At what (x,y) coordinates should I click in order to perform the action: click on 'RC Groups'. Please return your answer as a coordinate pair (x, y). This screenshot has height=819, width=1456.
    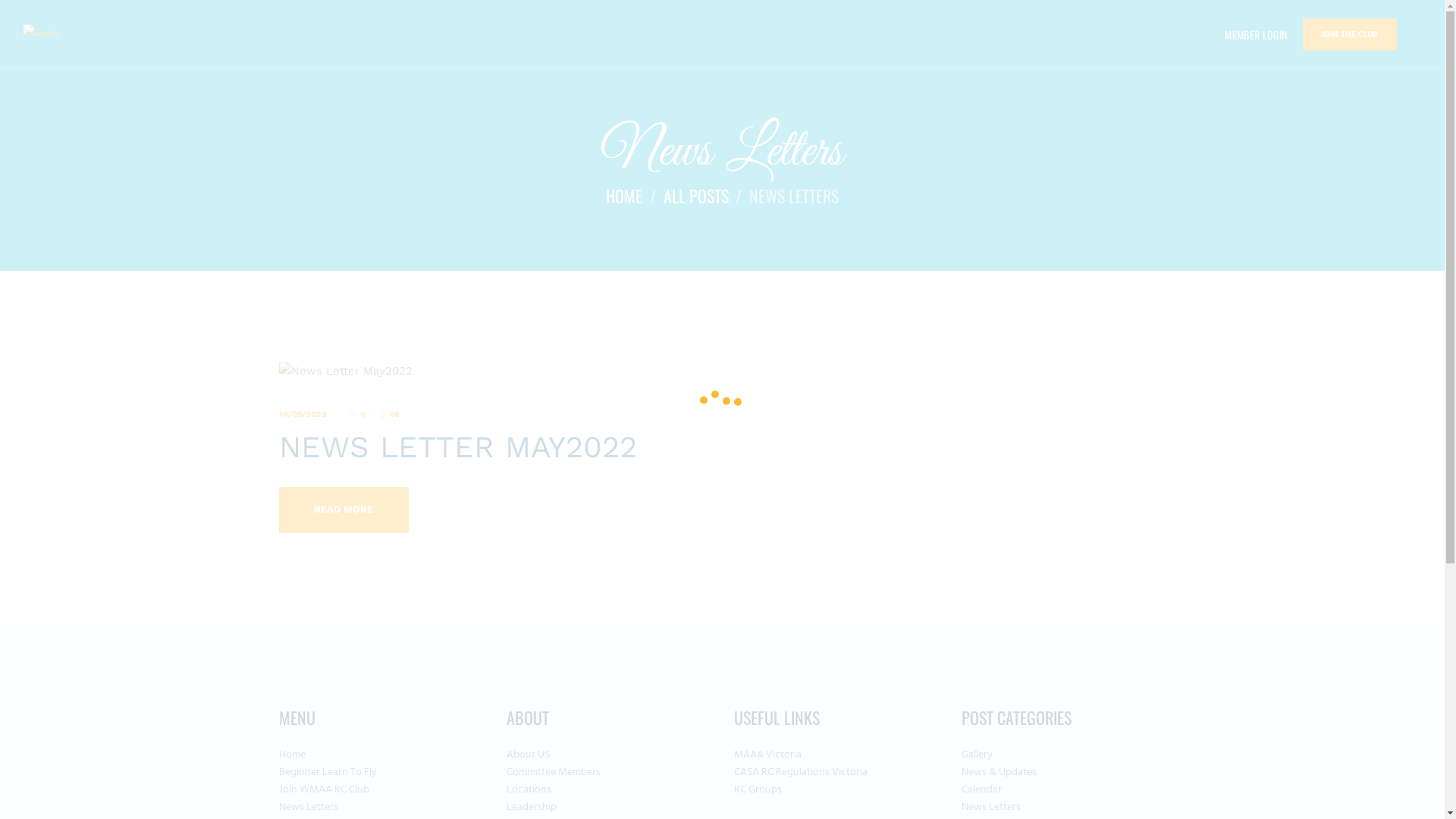
    Looking at the image, I should click on (758, 789).